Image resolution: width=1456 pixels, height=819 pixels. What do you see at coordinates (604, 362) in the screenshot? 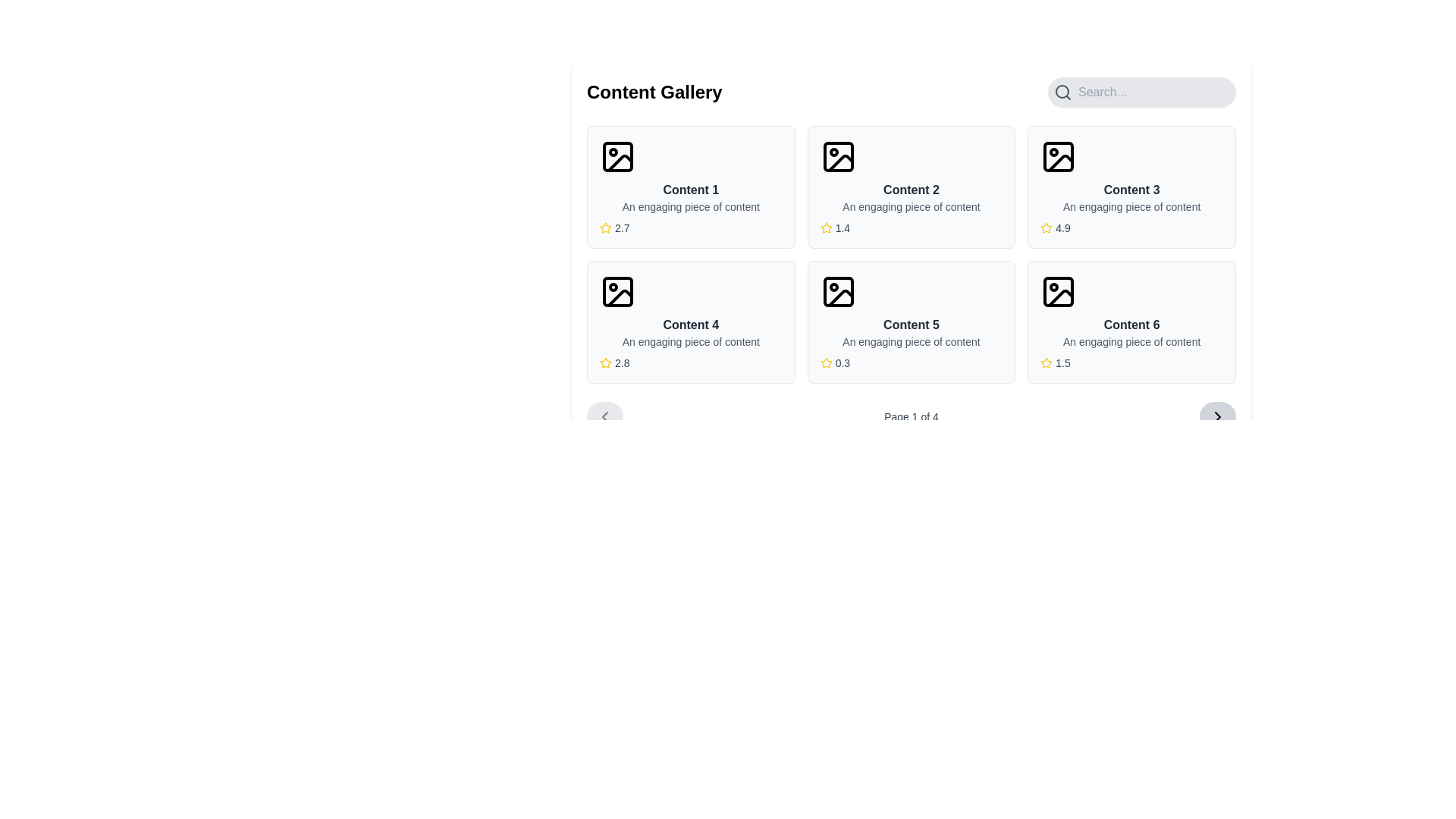
I see `the yellow star icon with an outline design located beside the text indicating a rating value ('2.8') under the title 'Content 4'` at bounding box center [604, 362].